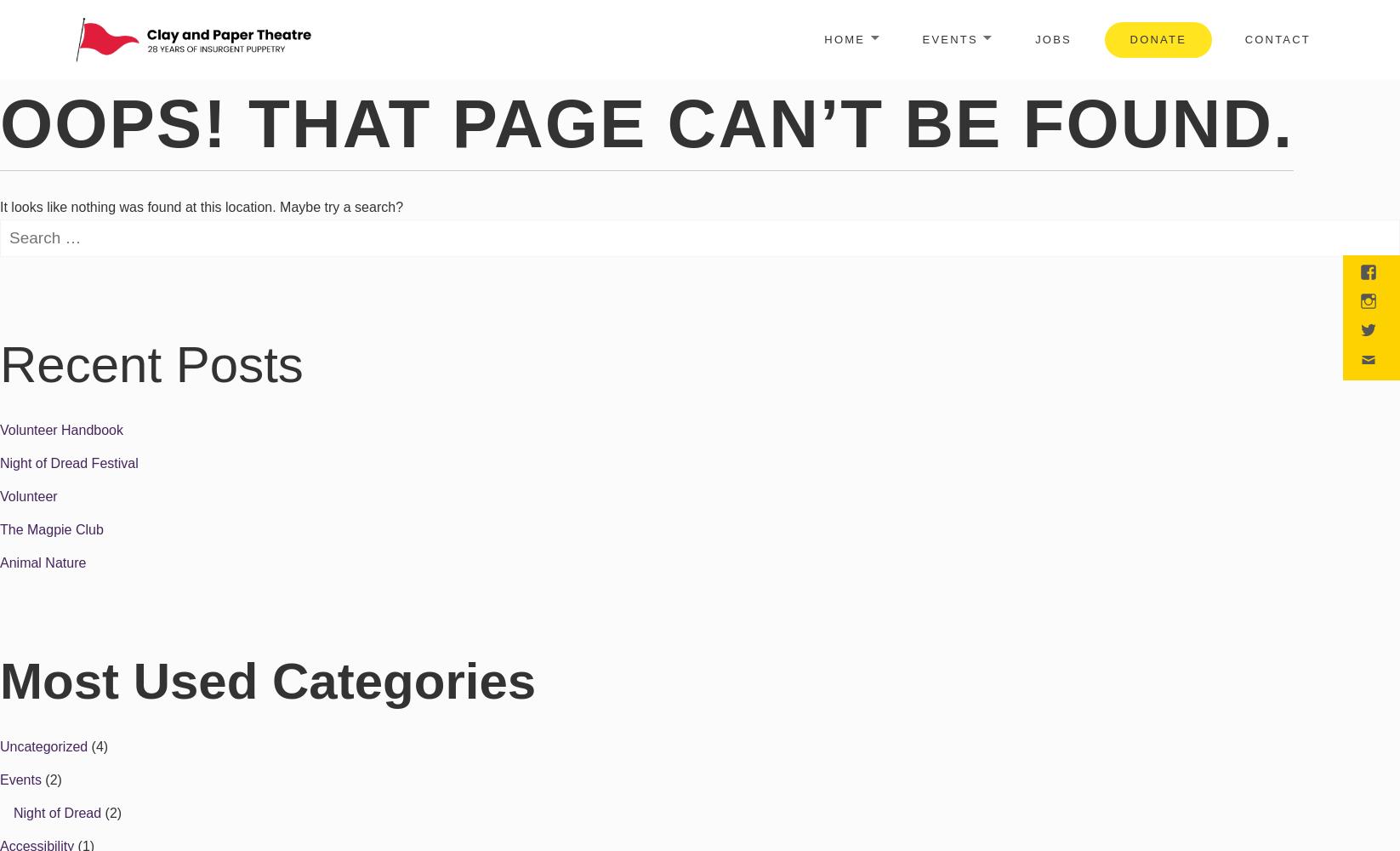  What do you see at coordinates (43, 746) in the screenshot?
I see `'Uncategorized'` at bounding box center [43, 746].